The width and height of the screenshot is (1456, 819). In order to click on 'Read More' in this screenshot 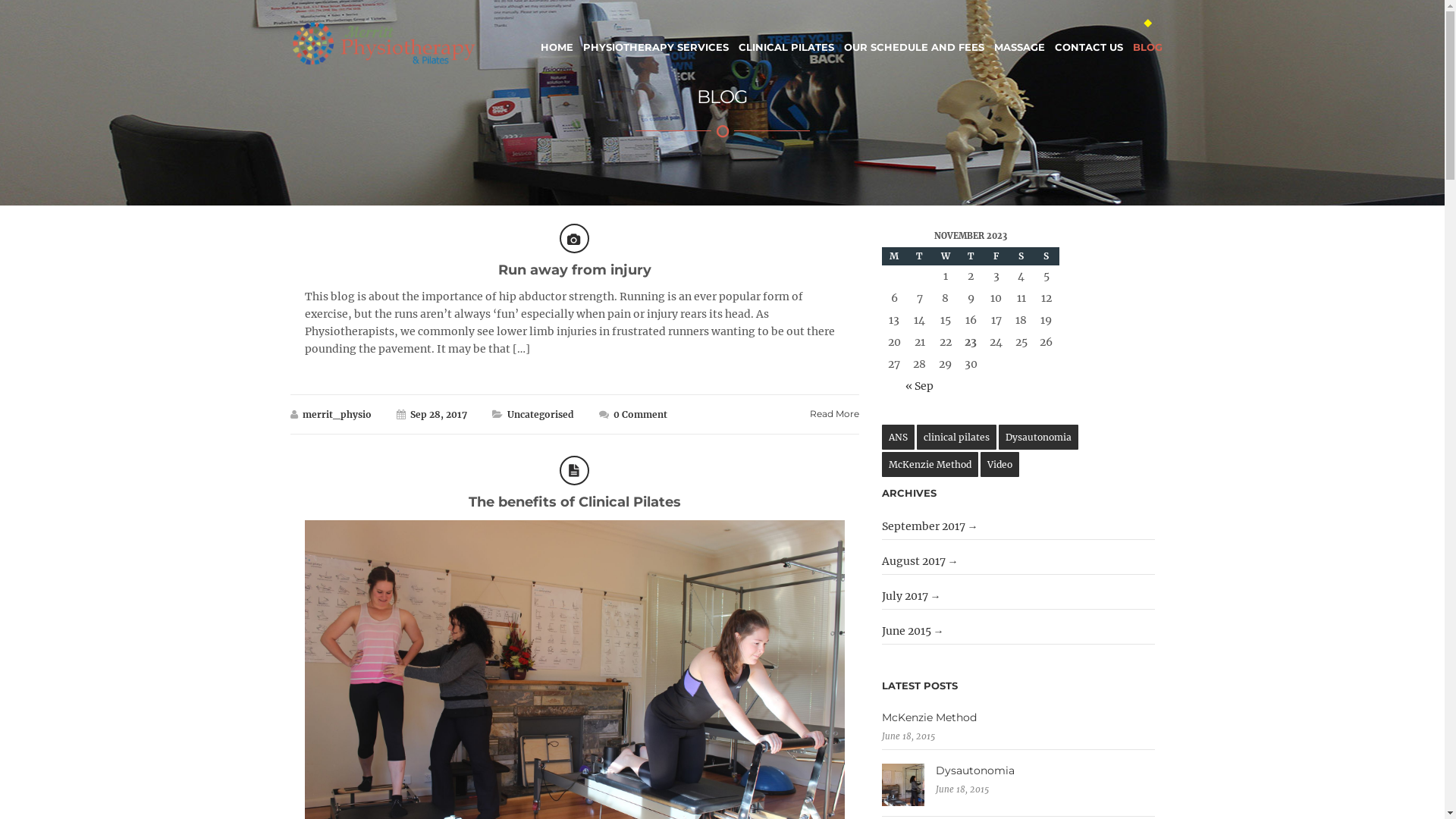, I will do `click(833, 414)`.